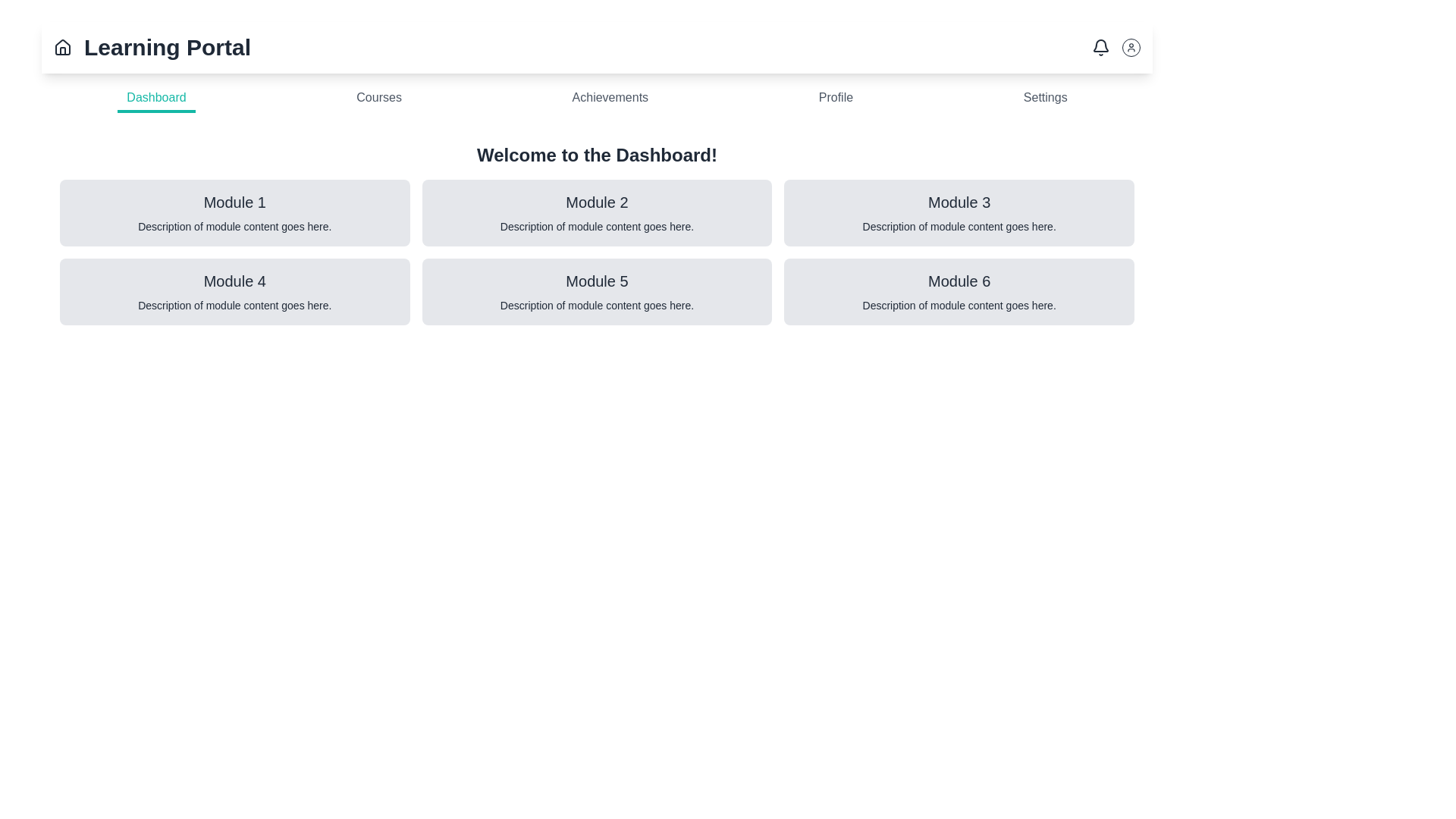  Describe the element at coordinates (234, 213) in the screenshot. I see `the first Informational card in the grid layout that provides information about a specific module` at that location.